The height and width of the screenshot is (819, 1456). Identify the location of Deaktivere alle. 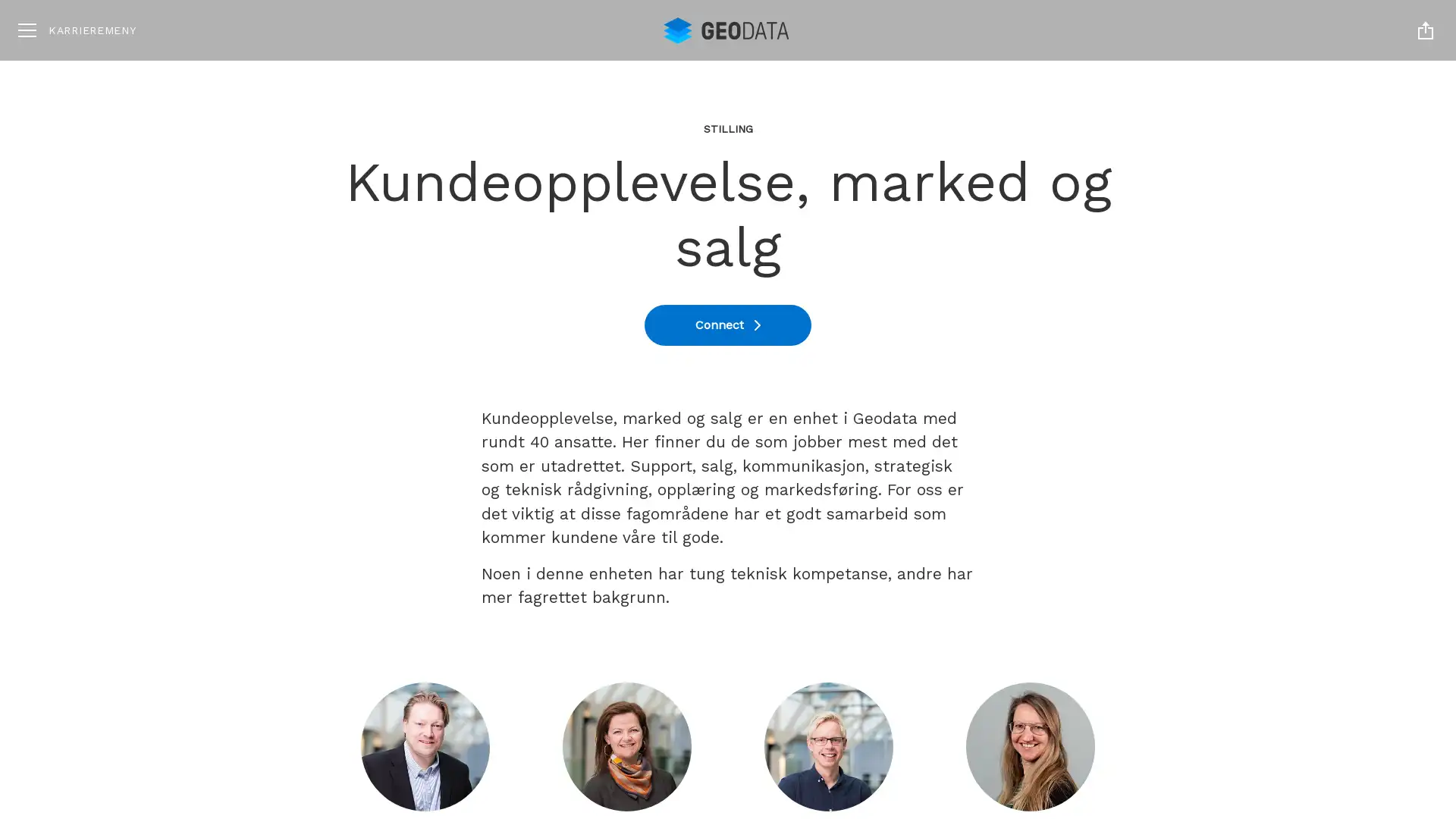
(1282, 693).